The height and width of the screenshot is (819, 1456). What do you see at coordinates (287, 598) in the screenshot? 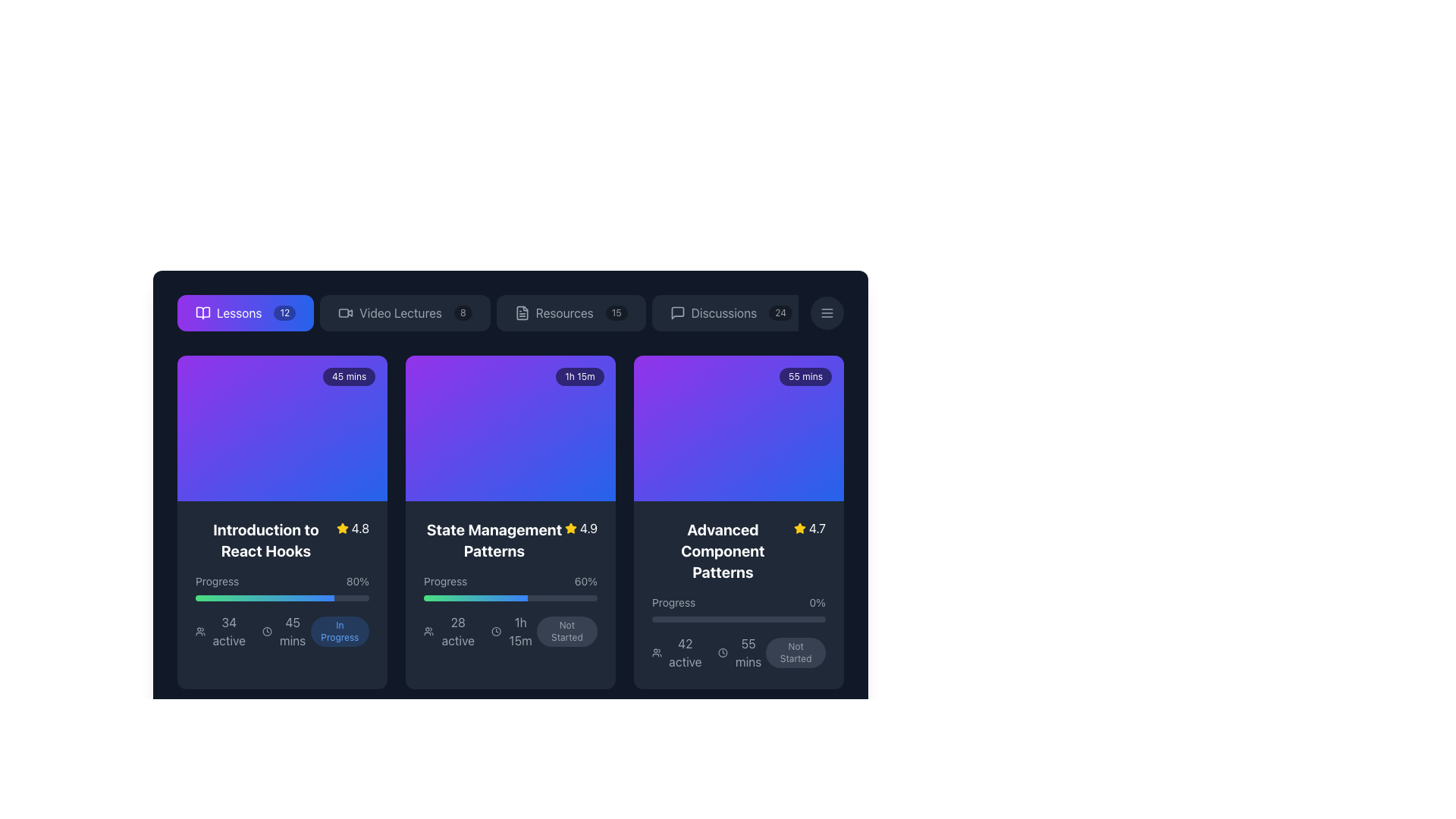
I see `progress` at bounding box center [287, 598].